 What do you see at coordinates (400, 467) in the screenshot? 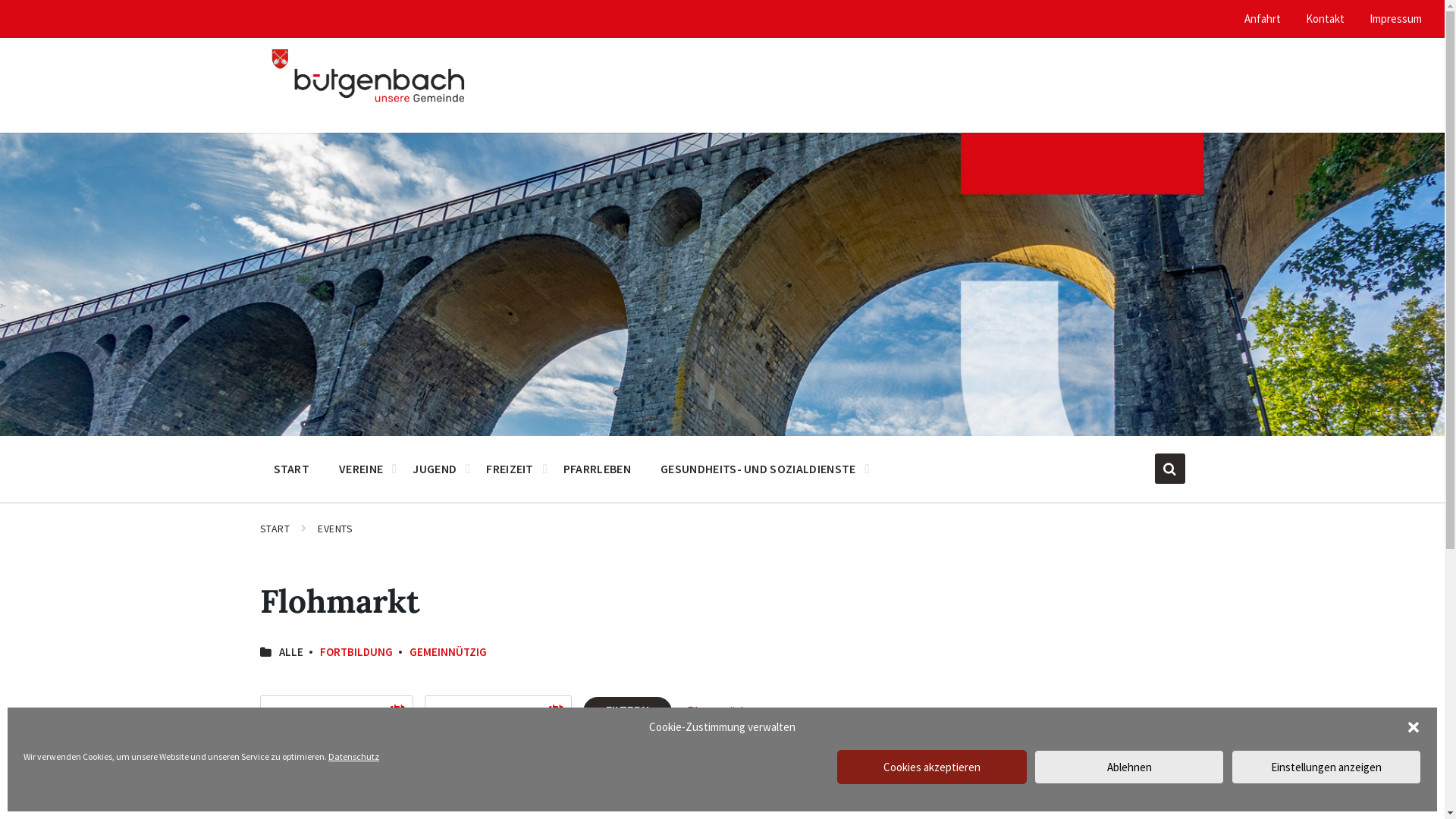
I see `'JUGEND'` at bounding box center [400, 467].